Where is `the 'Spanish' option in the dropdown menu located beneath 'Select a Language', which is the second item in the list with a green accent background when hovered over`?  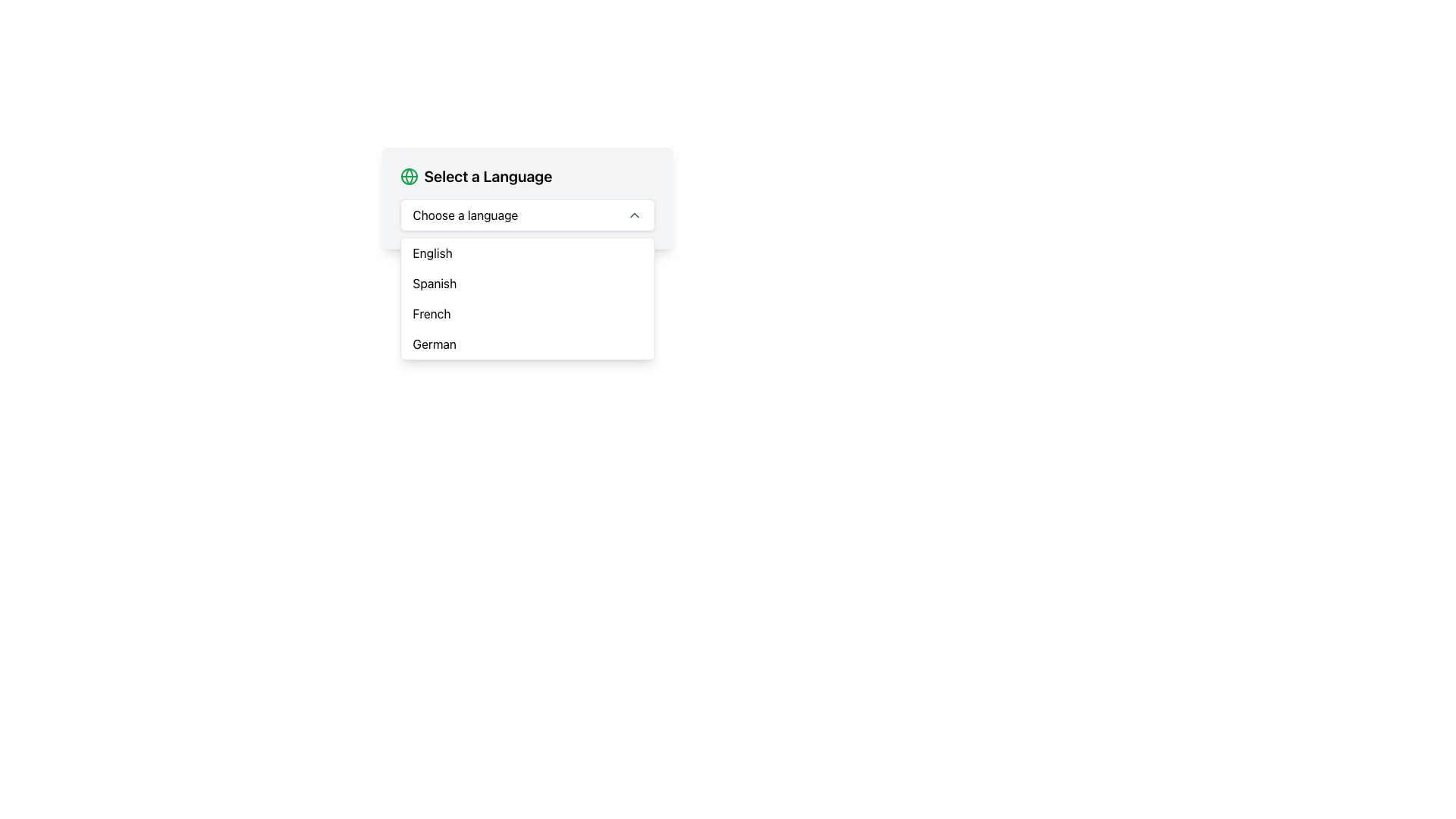
the 'Spanish' option in the dropdown menu located beneath 'Select a Language', which is the second item in the list with a green accent background when hovered over is located at coordinates (527, 284).